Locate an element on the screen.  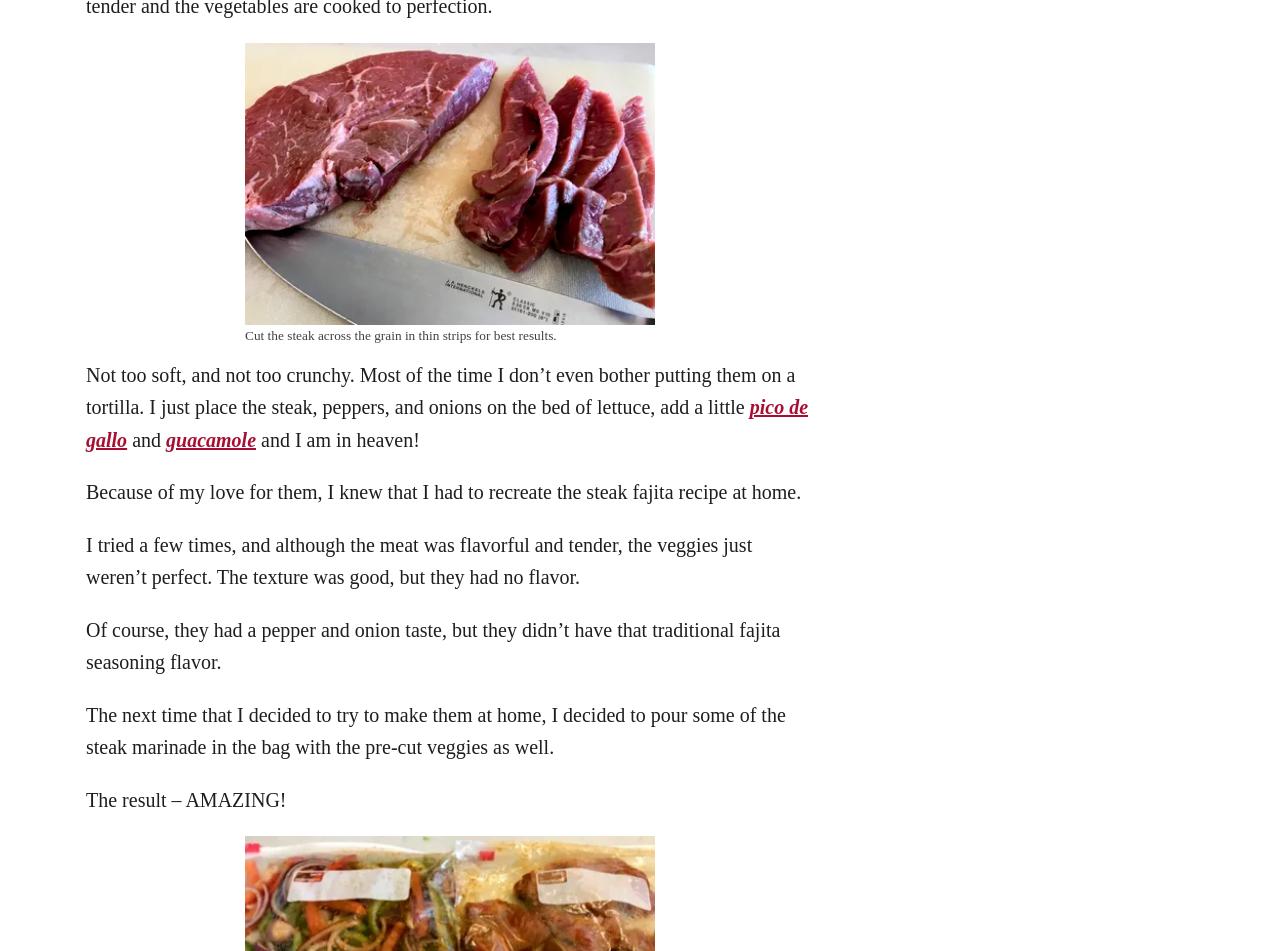
'I tried a few times, and although the meat was flavorful and tender, the veggies just weren’t perfect. The texture was good, but they had no flavor.' is located at coordinates (417, 559).